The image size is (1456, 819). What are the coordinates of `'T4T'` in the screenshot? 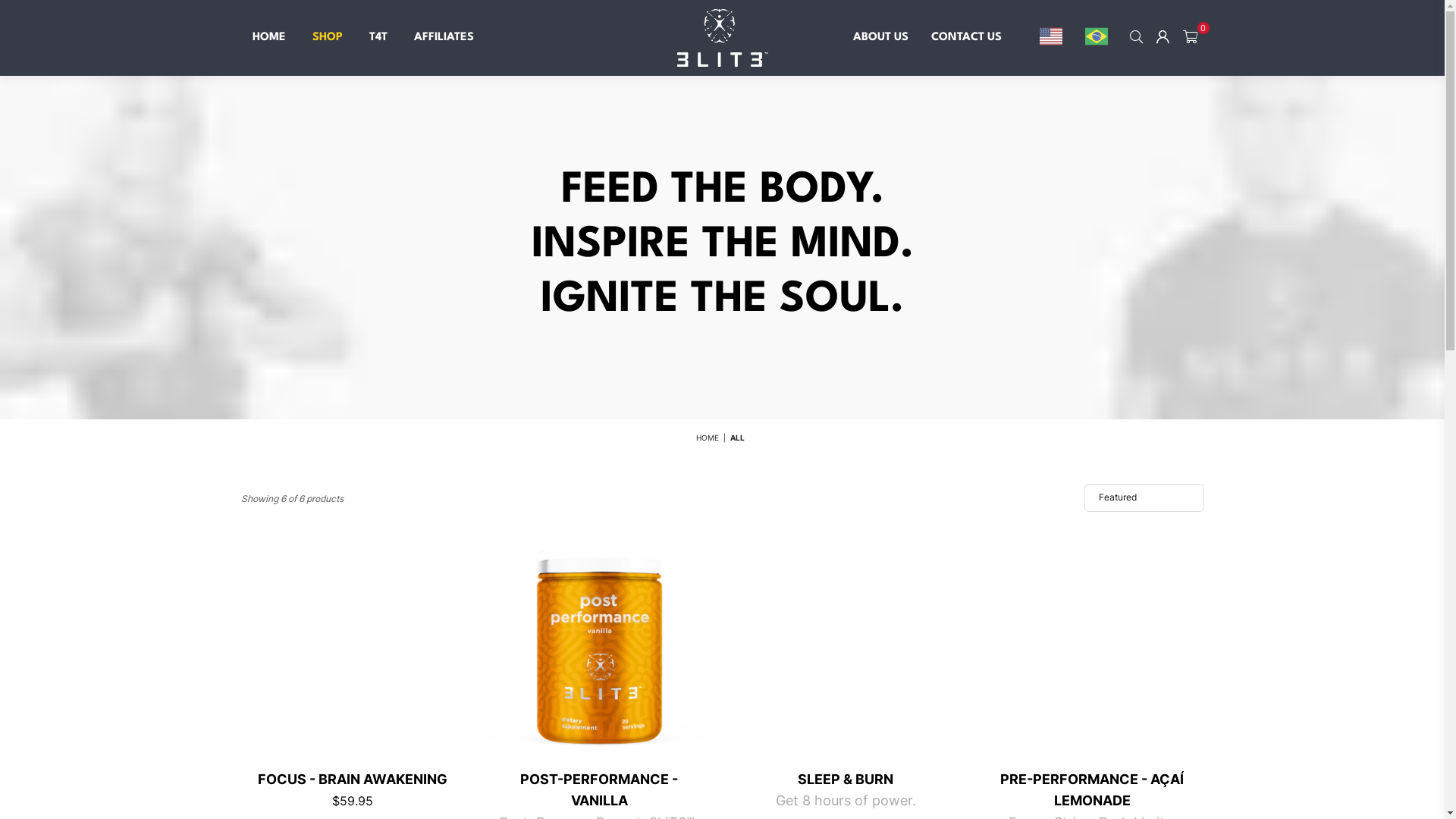 It's located at (378, 37).